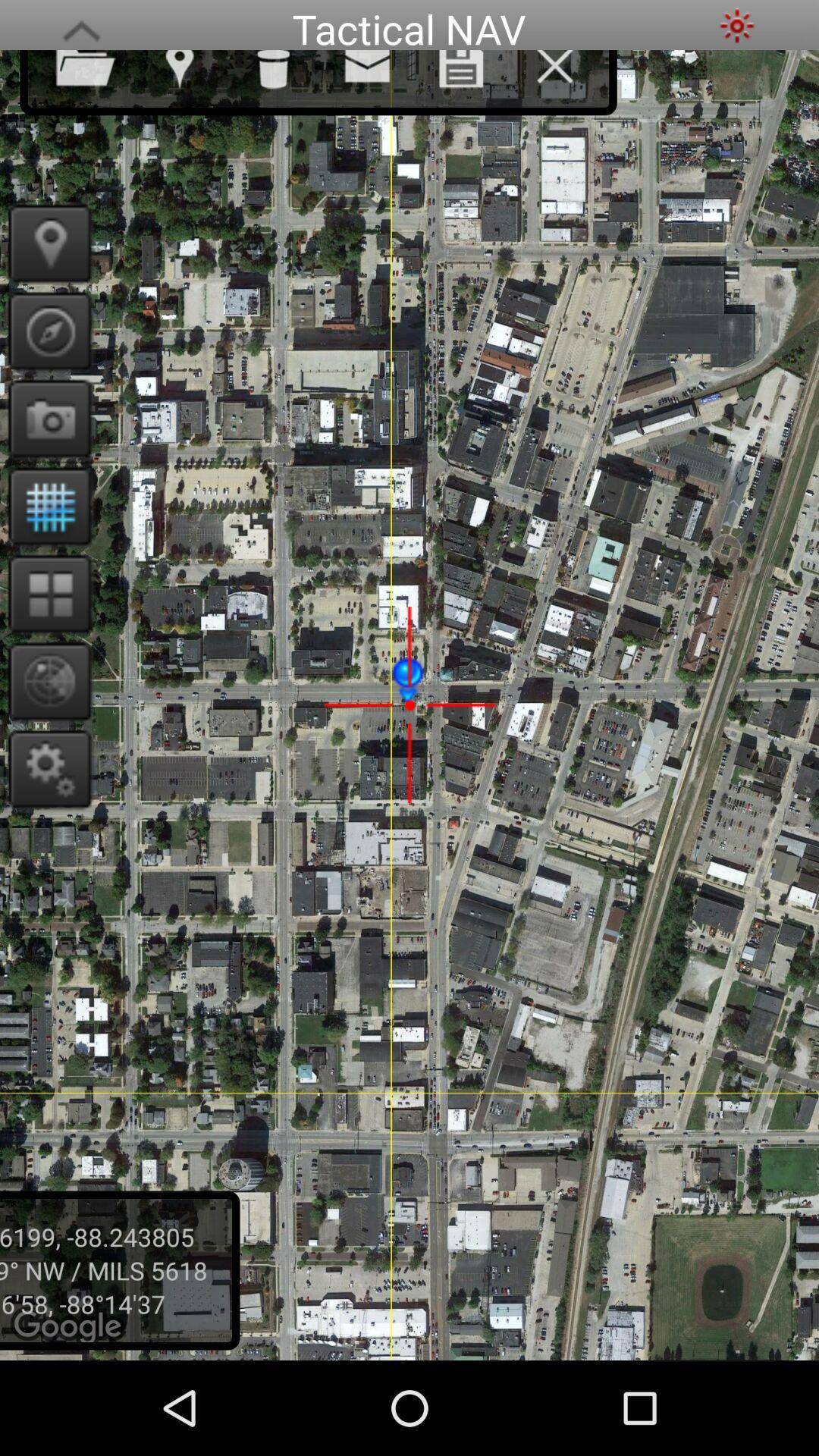  What do you see at coordinates (44, 419) in the screenshot?
I see `take screenshot` at bounding box center [44, 419].